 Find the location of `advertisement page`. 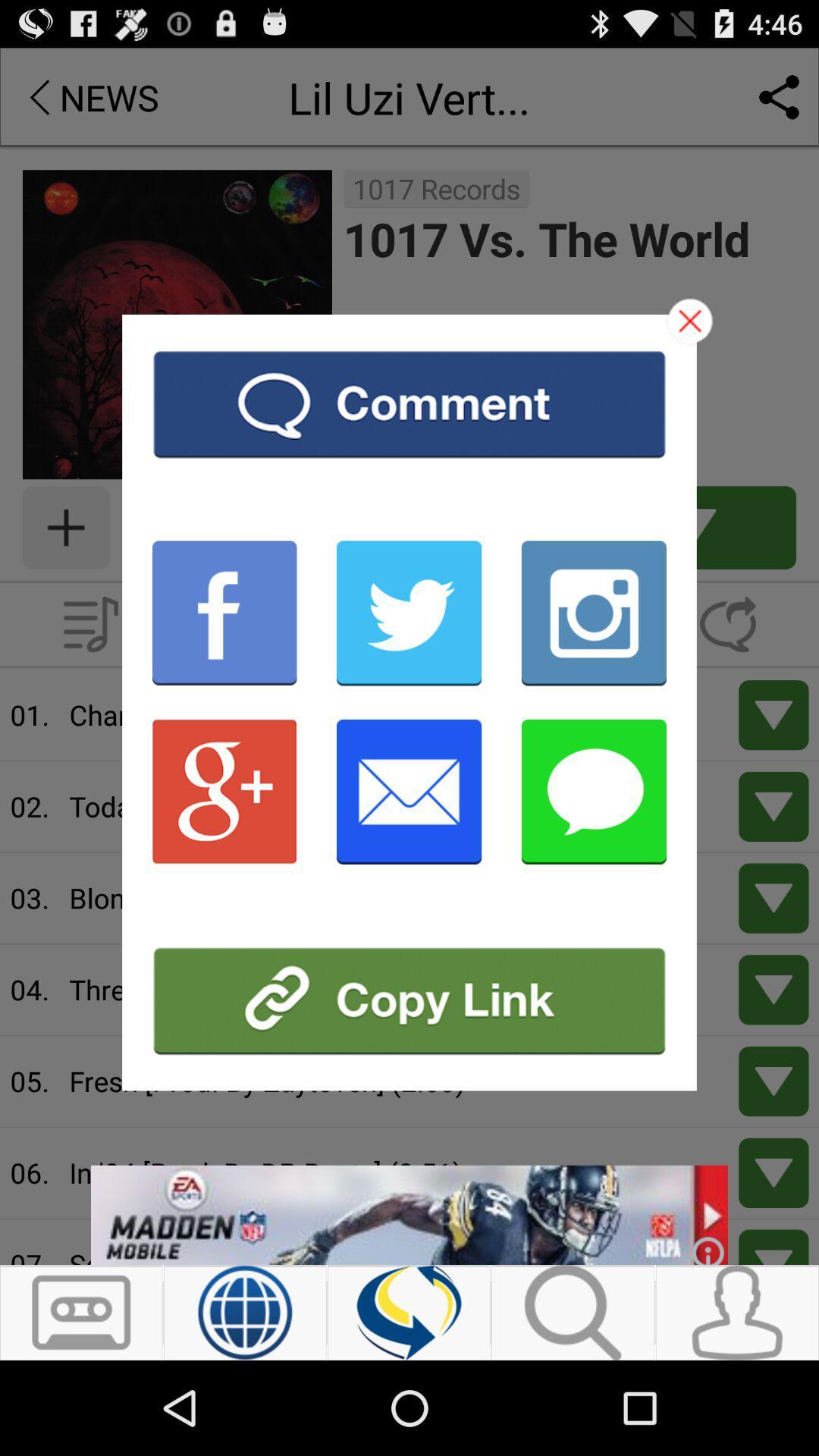

advertisement page is located at coordinates (409, 1001).